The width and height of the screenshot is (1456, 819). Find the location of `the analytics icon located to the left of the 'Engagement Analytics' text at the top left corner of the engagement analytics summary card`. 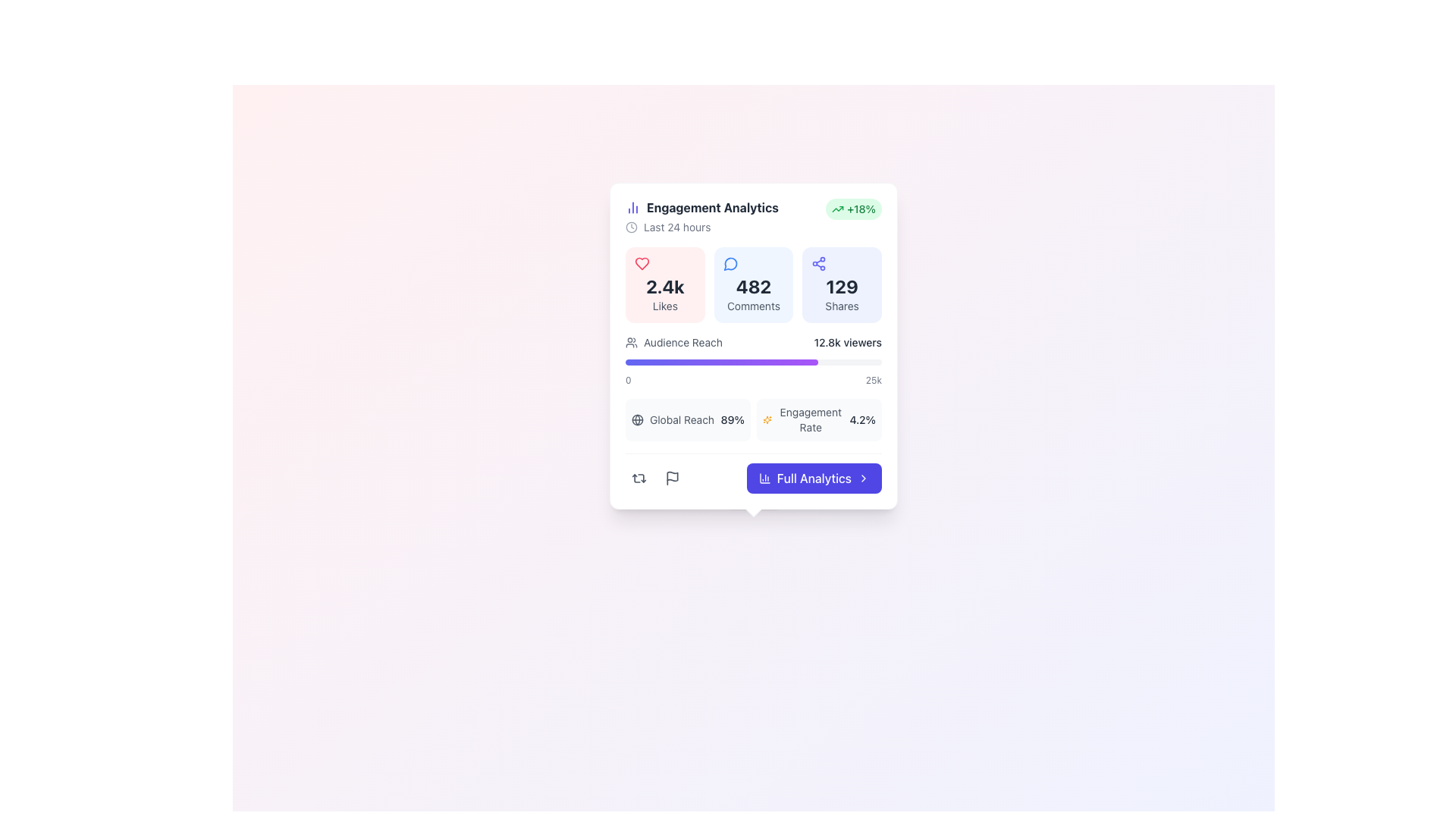

the analytics icon located to the left of the 'Engagement Analytics' text at the top left corner of the engagement analytics summary card is located at coordinates (633, 207).